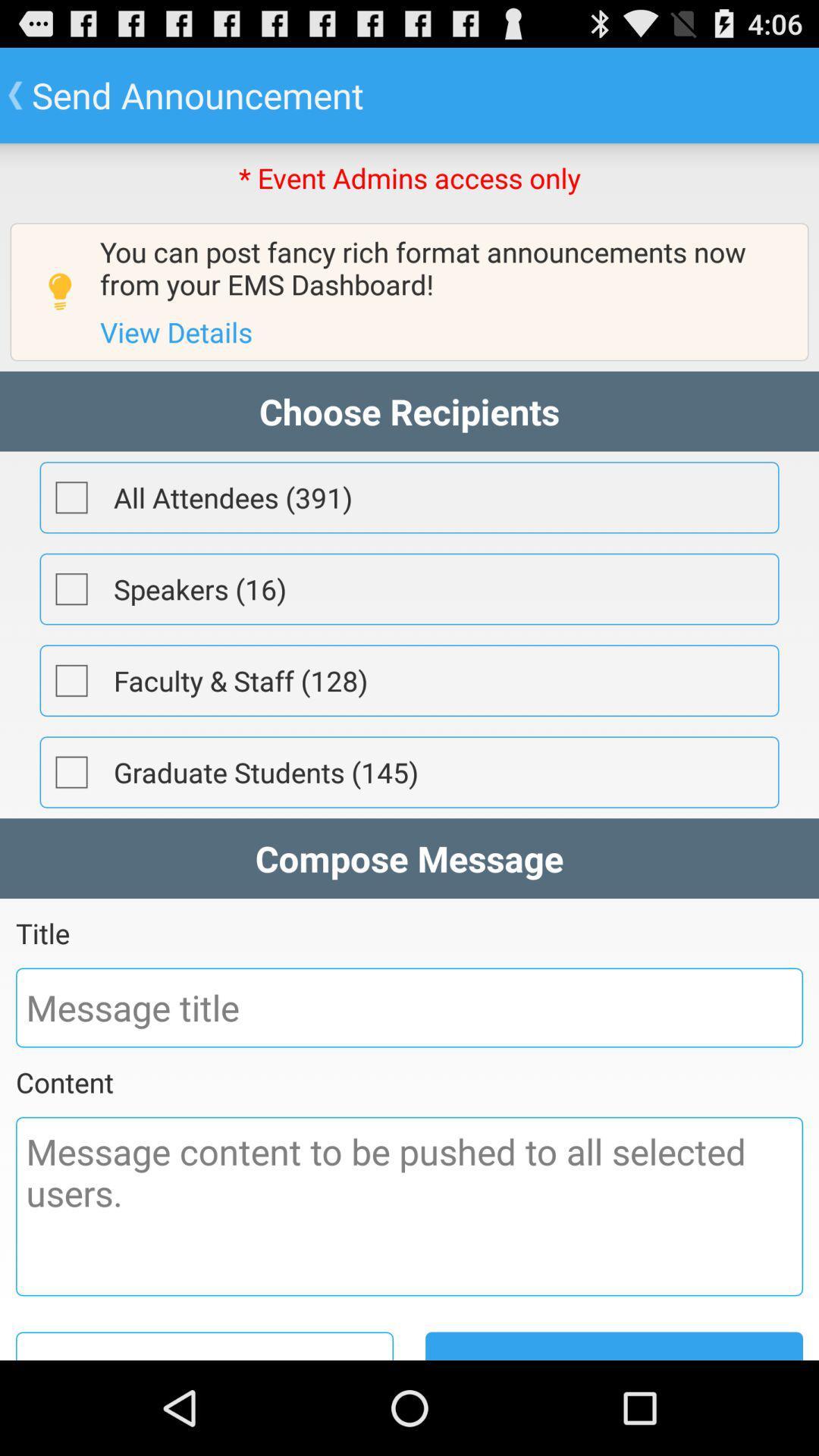 The height and width of the screenshot is (1456, 819). What do you see at coordinates (409, 1206) in the screenshot?
I see `type message` at bounding box center [409, 1206].